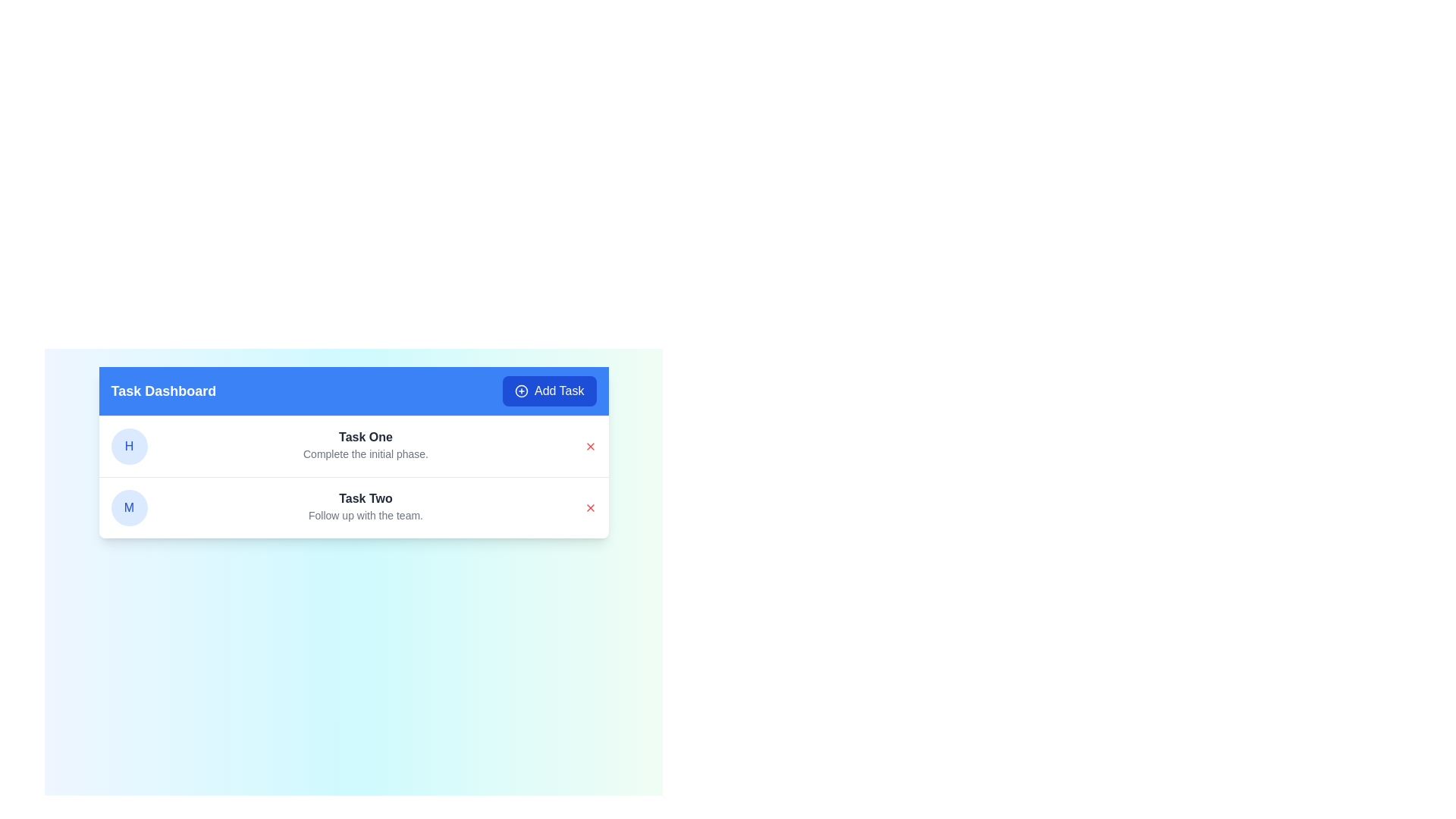 The width and height of the screenshot is (1456, 819). What do you see at coordinates (353, 446) in the screenshot?
I see `the task item labeled 'Task One' with the description 'Complete the initial phase.' which includes a circular icon with 'H' and a small red 'X' for removal, positioned above 'Task Two' in the task list` at bounding box center [353, 446].